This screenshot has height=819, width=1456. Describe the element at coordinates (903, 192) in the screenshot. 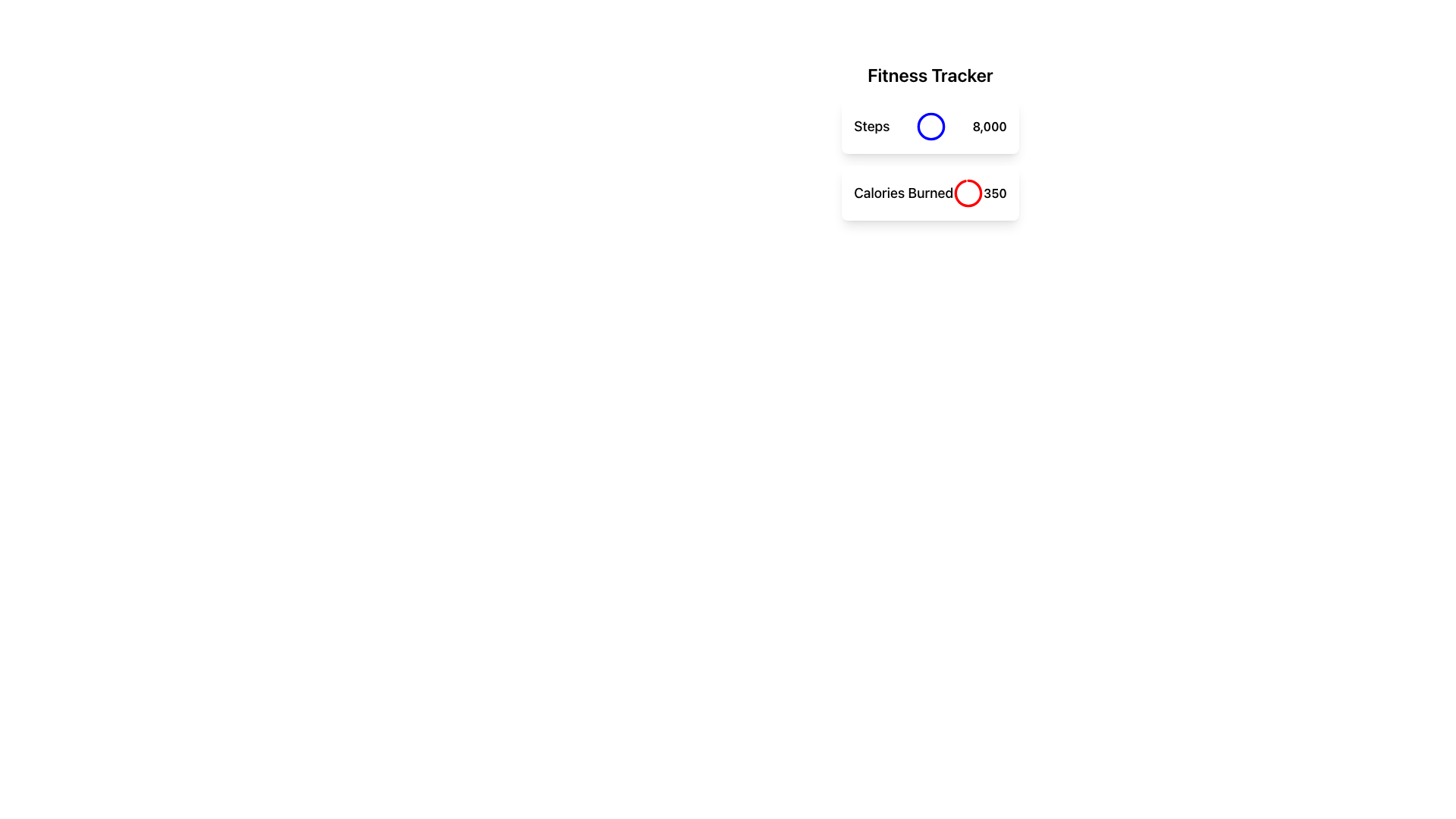

I see `the 'Calories Burned' text label, which is styled with a large, bold font and located within a white card on the left side, towards the bottom right of the interface` at that location.